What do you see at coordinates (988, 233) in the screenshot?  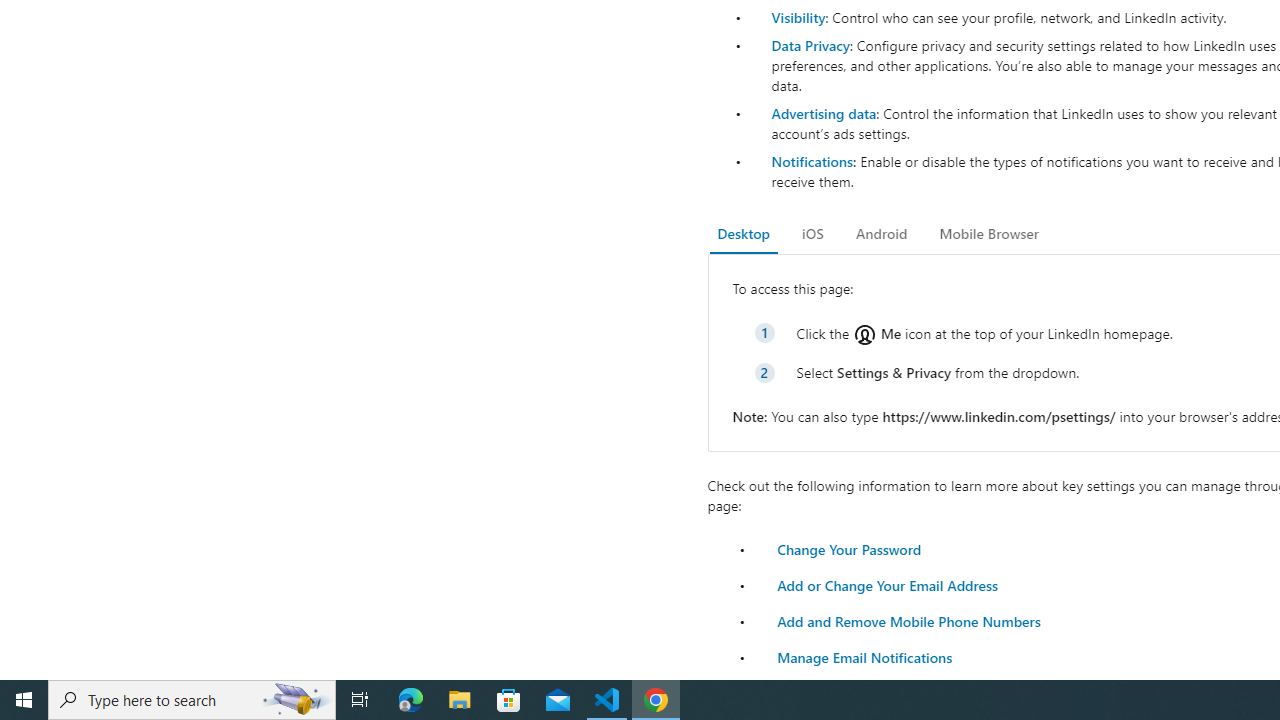 I see `'Mobile Browser'` at bounding box center [988, 233].